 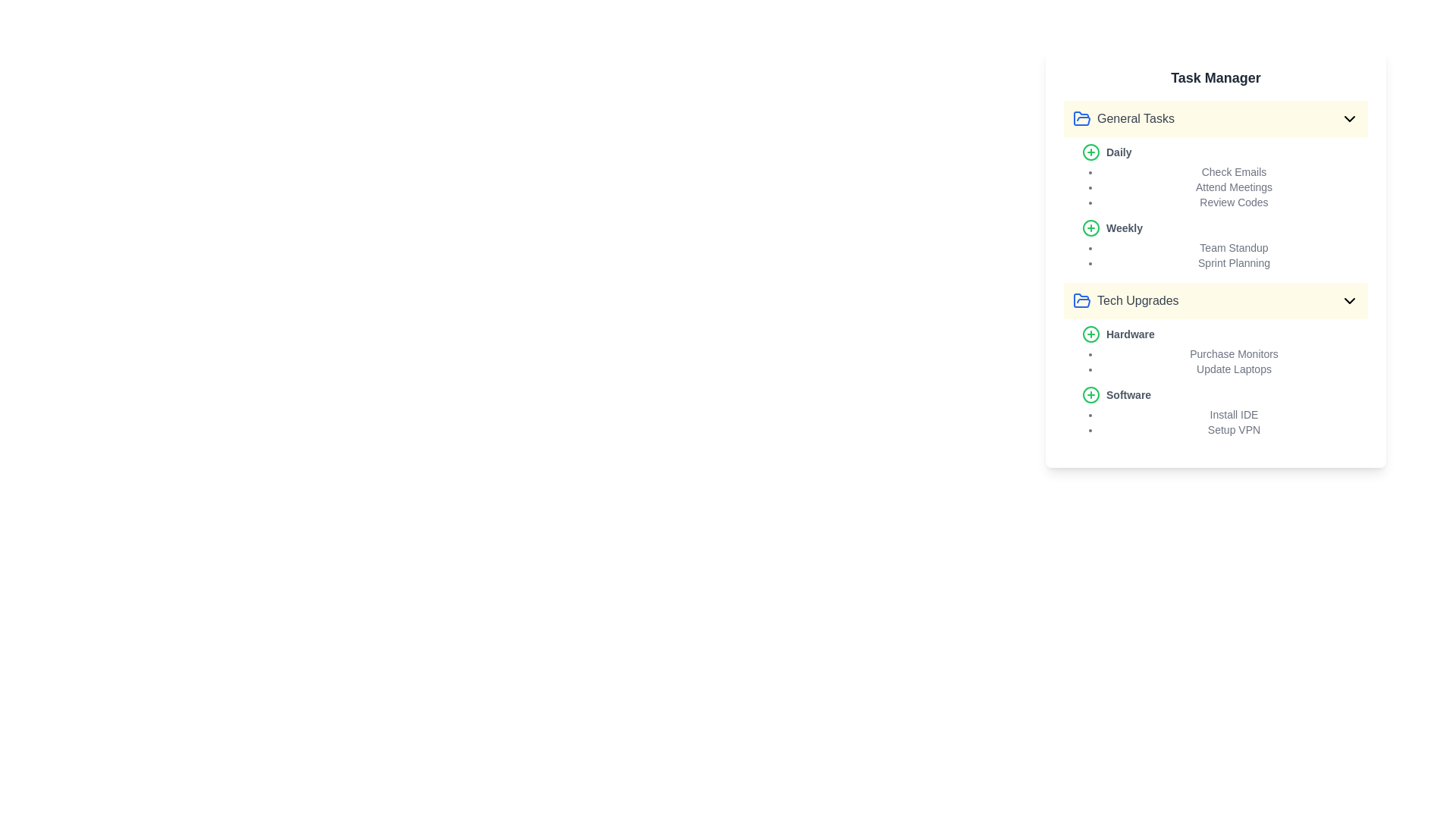 I want to click on the Chevron icon located at the far right of the 'Tech Upgrades' section in the 'Task Manager' panel, so click(x=1350, y=301).